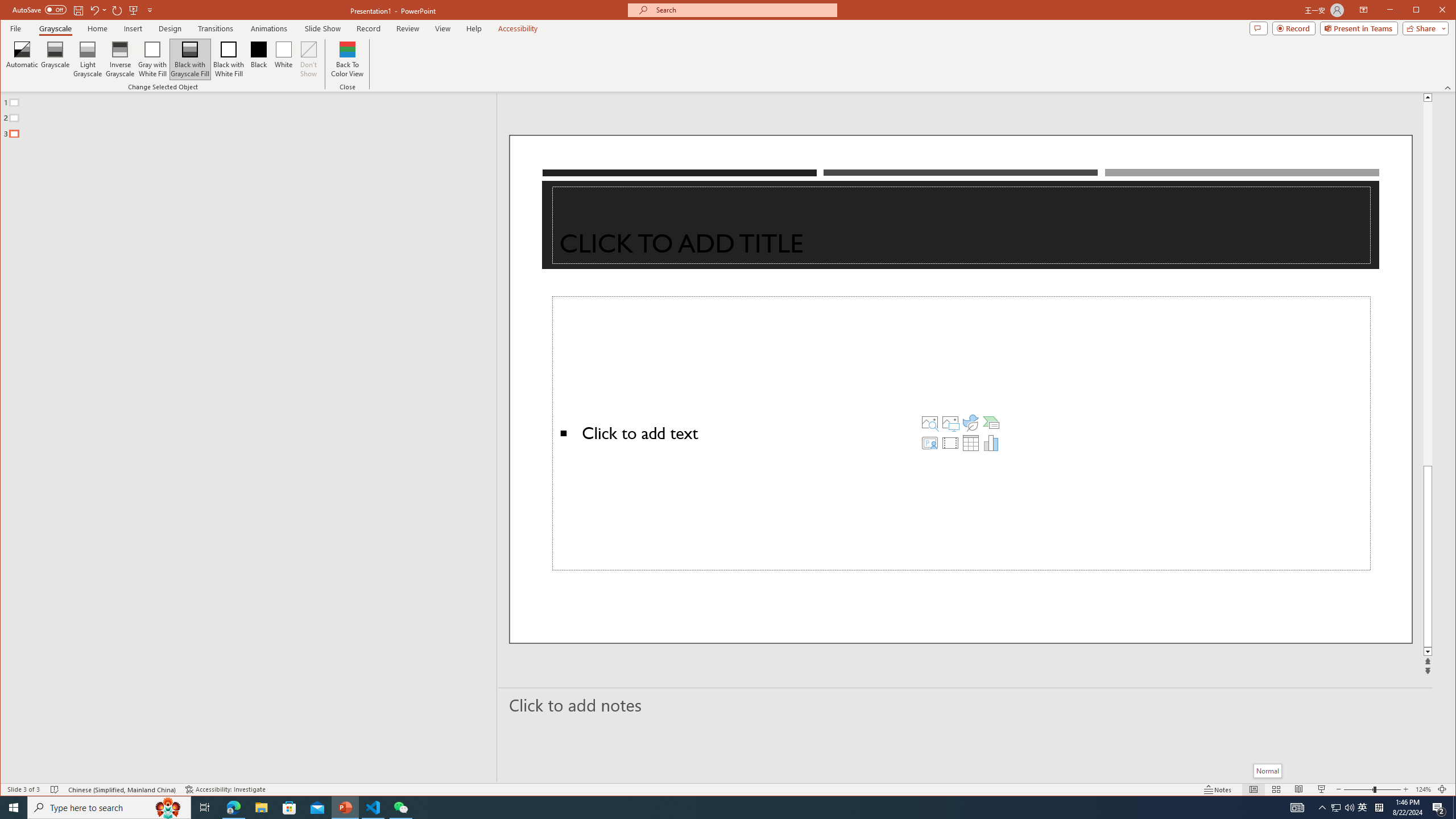  What do you see at coordinates (55, 59) in the screenshot?
I see `'Grayscale'` at bounding box center [55, 59].